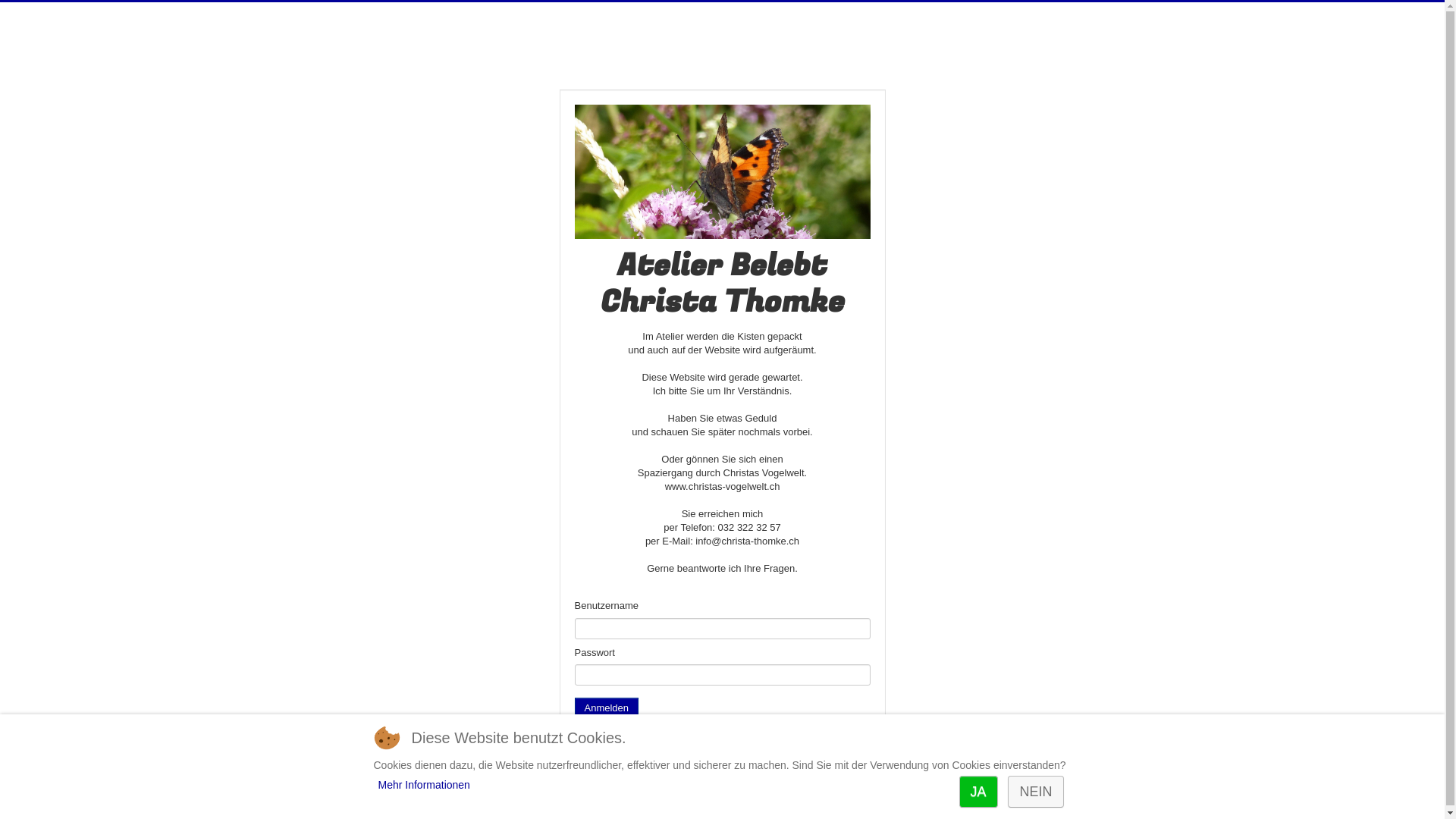 The height and width of the screenshot is (819, 1456). I want to click on 'Anmelden', so click(574, 708).